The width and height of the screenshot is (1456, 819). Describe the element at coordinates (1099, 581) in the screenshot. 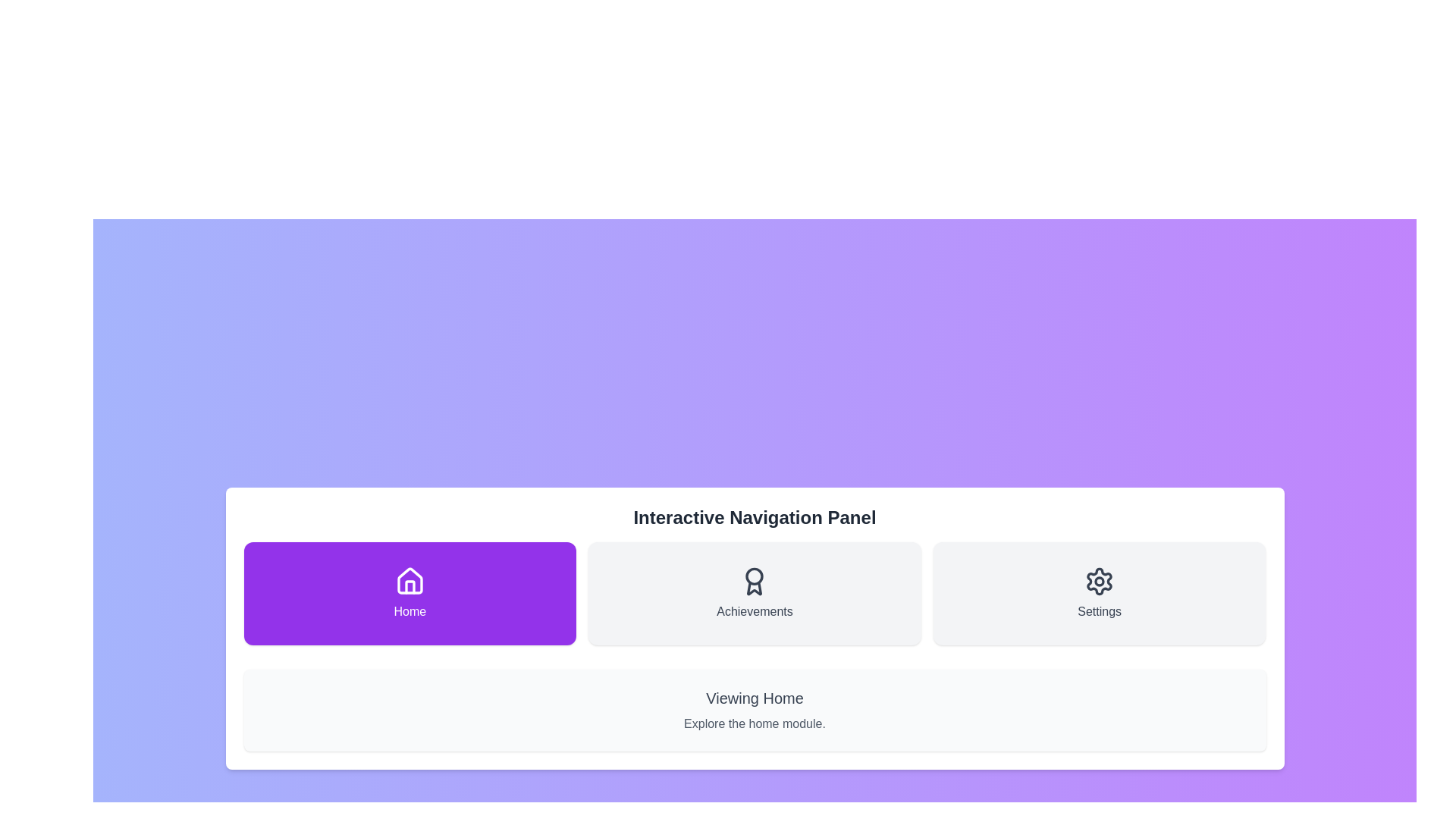

I see `the gear icon located` at that location.